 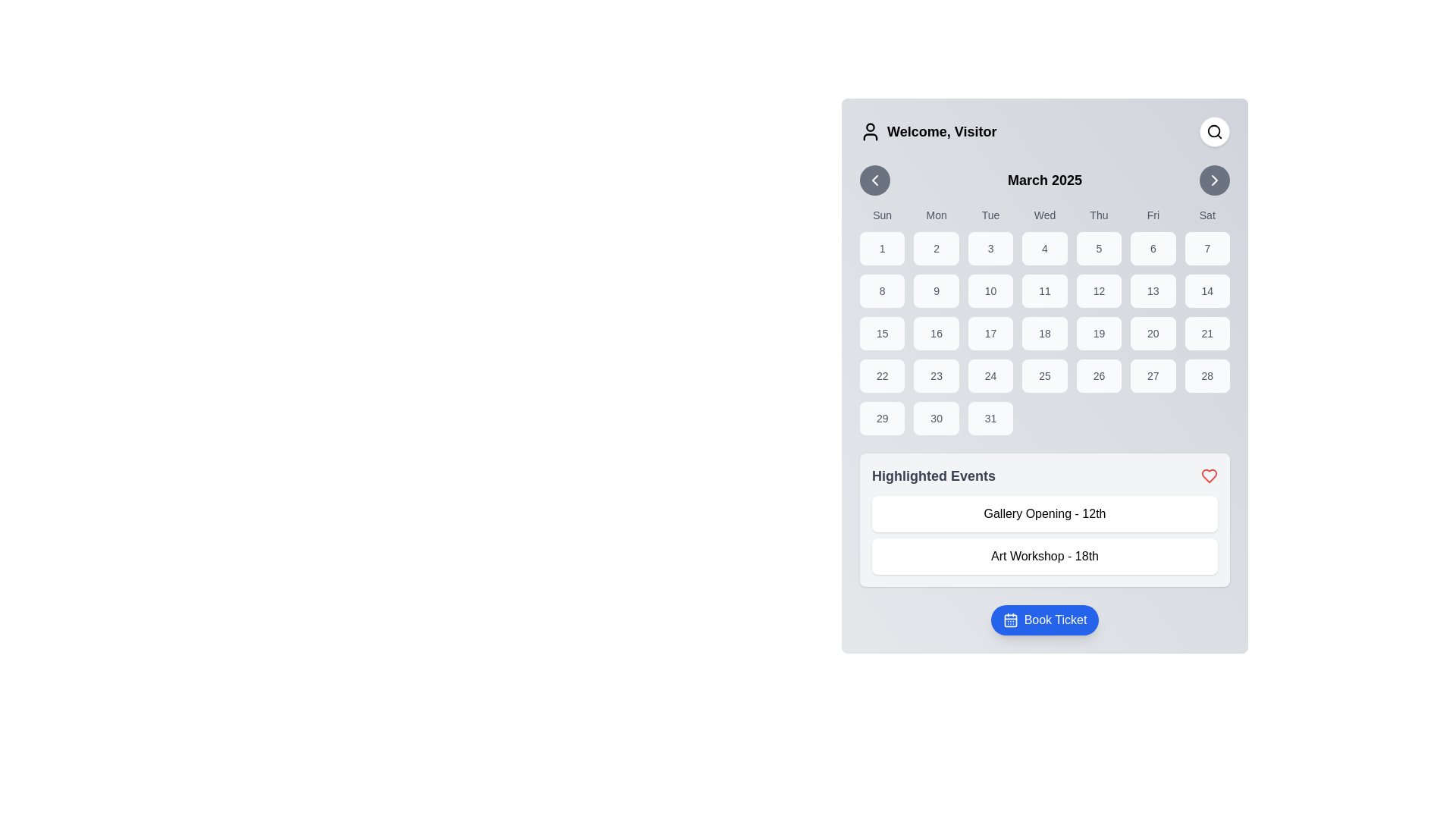 I want to click on the blue rectangular part of the calendar icon located within the 'Book Ticket' button at the bottom of the interface, so click(x=1010, y=620).